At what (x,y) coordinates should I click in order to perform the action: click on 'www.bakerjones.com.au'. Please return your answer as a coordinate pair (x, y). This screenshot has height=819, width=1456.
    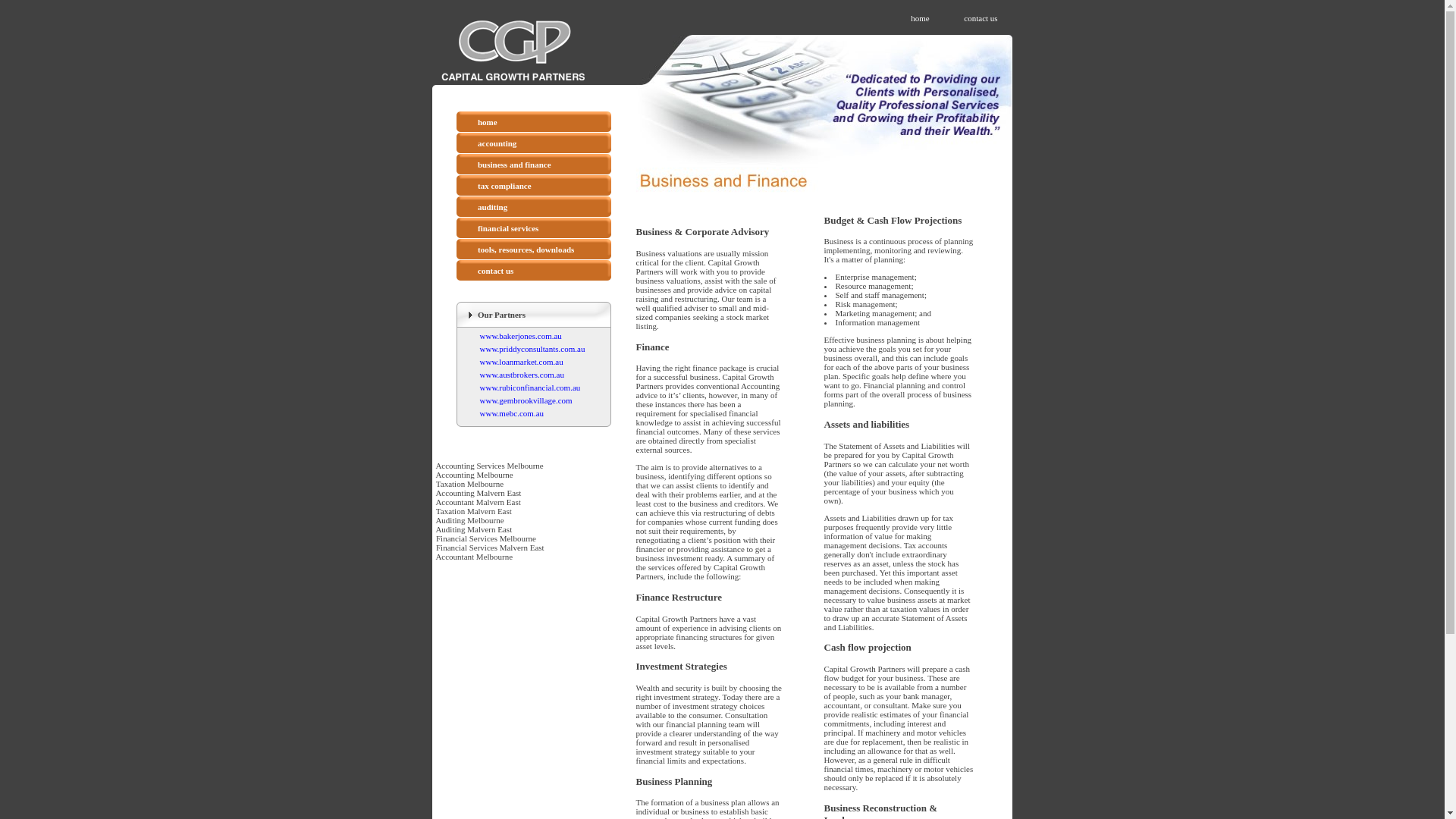
    Looking at the image, I should click on (520, 335).